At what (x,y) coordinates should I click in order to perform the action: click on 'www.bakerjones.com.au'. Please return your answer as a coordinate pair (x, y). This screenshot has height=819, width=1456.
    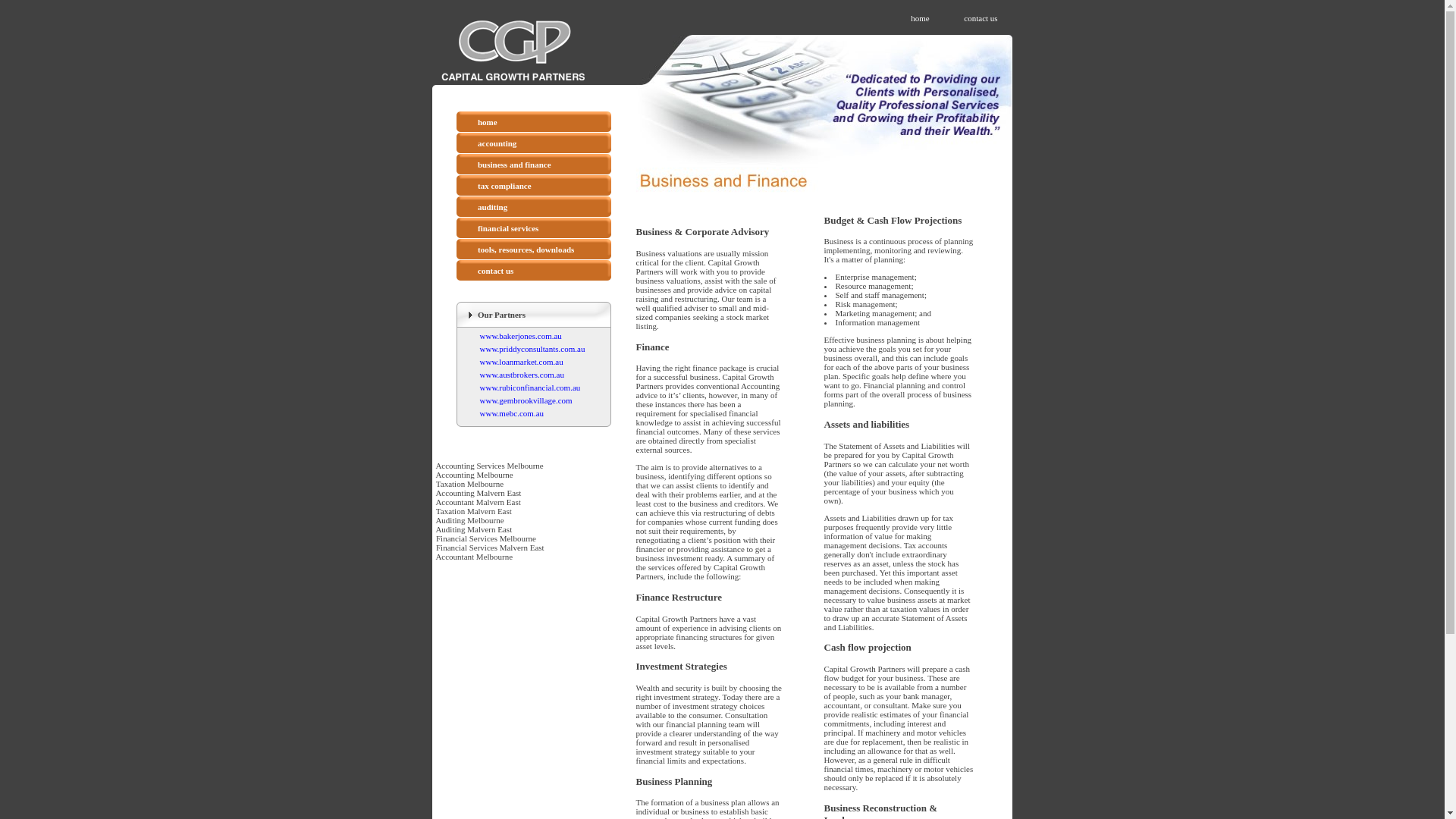
    Looking at the image, I should click on (520, 335).